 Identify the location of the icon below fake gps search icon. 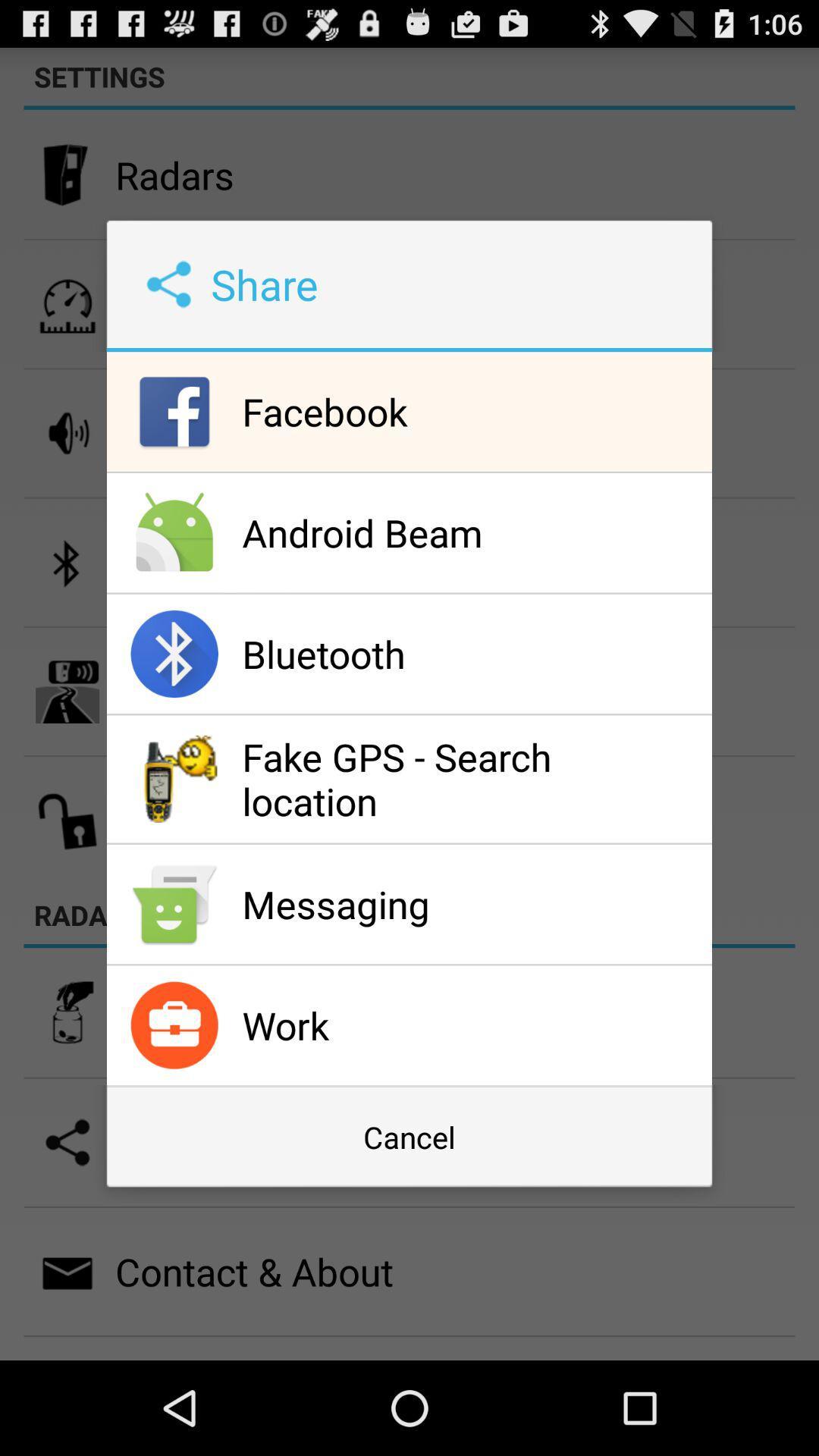
(472, 904).